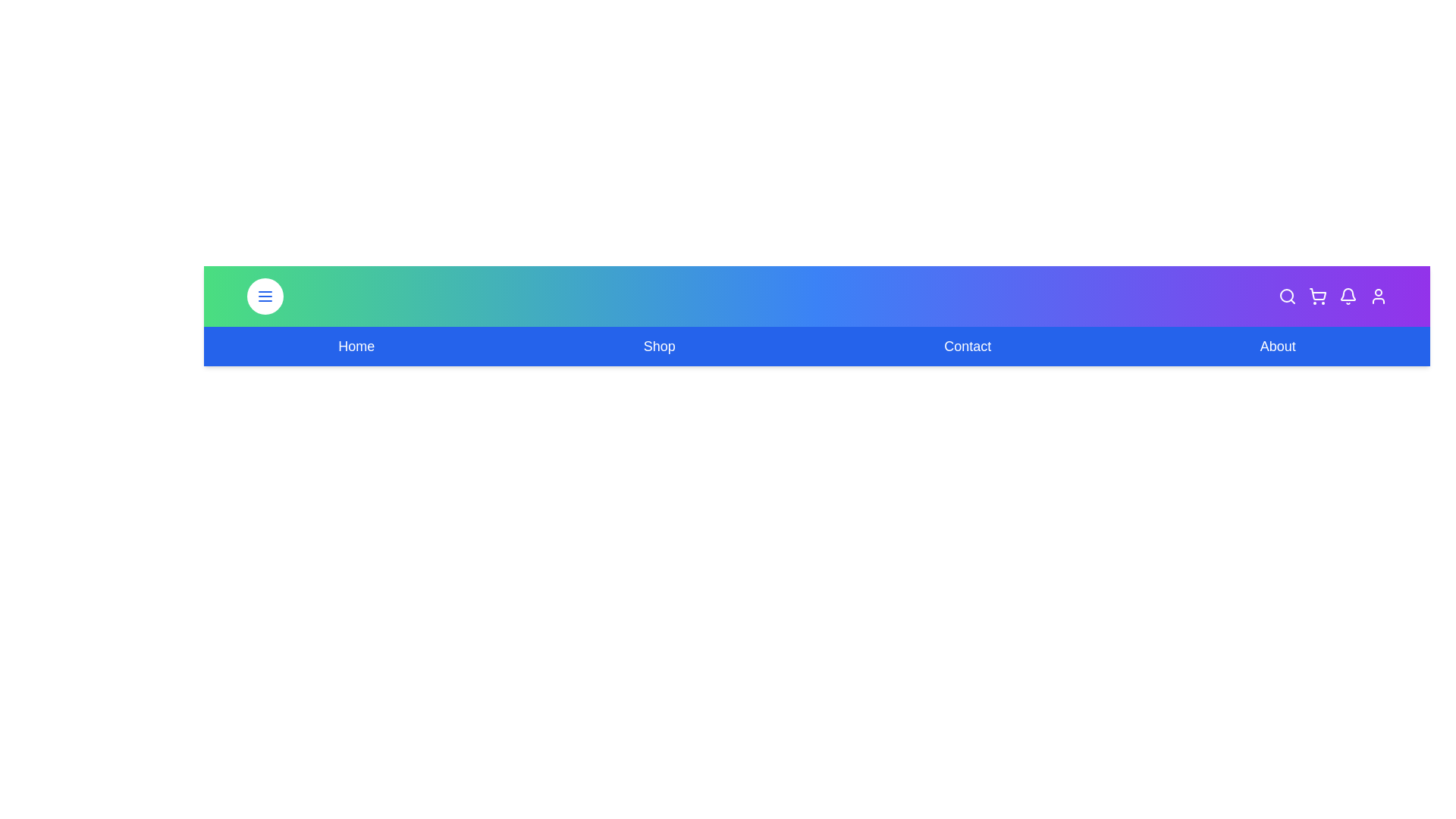 Image resolution: width=1456 pixels, height=819 pixels. What do you see at coordinates (1348, 296) in the screenshot?
I see `the notifications icon in the navigation bar` at bounding box center [1348, 296].